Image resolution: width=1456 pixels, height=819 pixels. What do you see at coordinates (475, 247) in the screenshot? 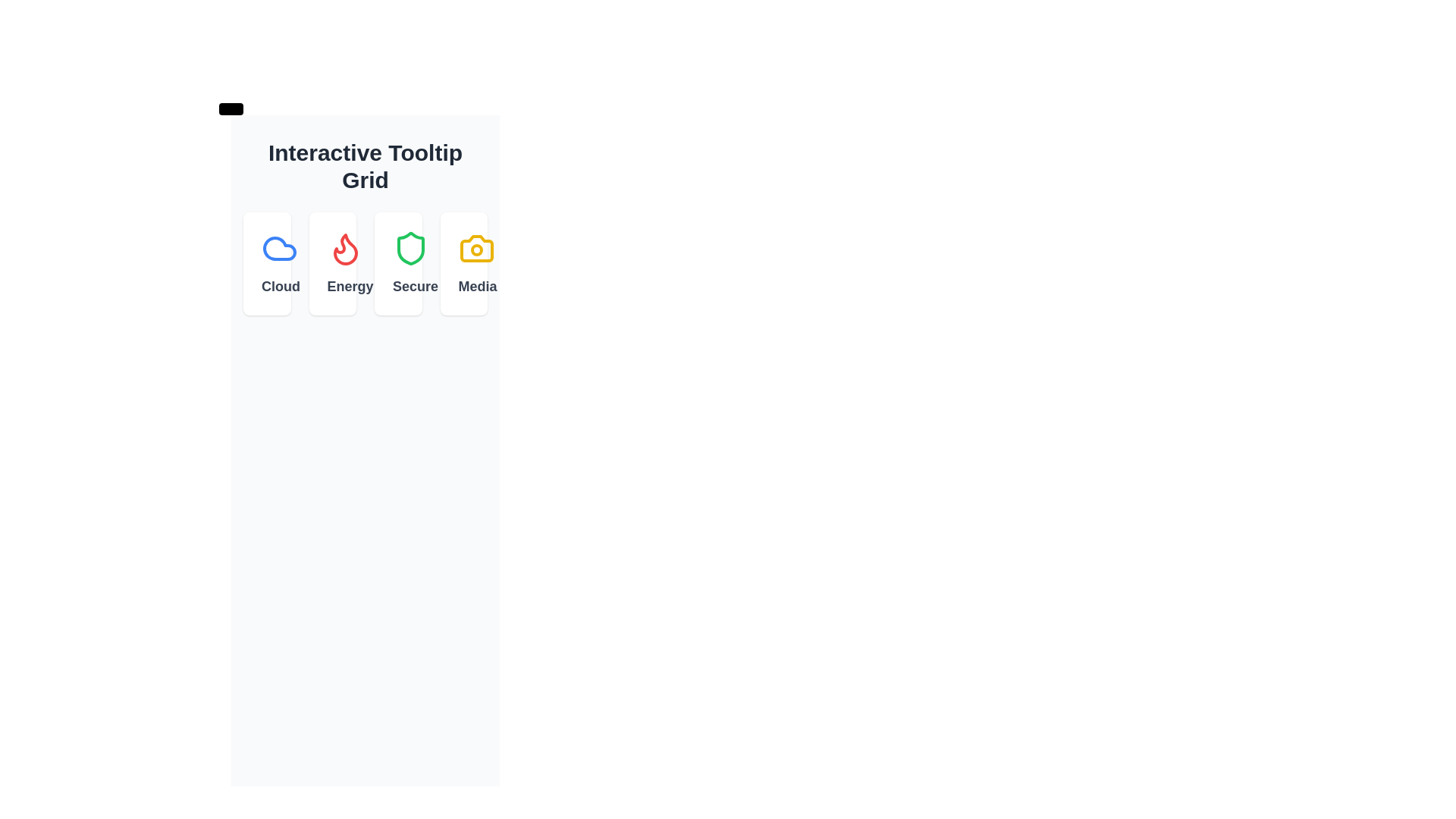
I see `the bright yellow camera icon located in the bottom-right corner of the 'Media' card, which is the fourth card in a row of cards` at bounding box center [475, 247].